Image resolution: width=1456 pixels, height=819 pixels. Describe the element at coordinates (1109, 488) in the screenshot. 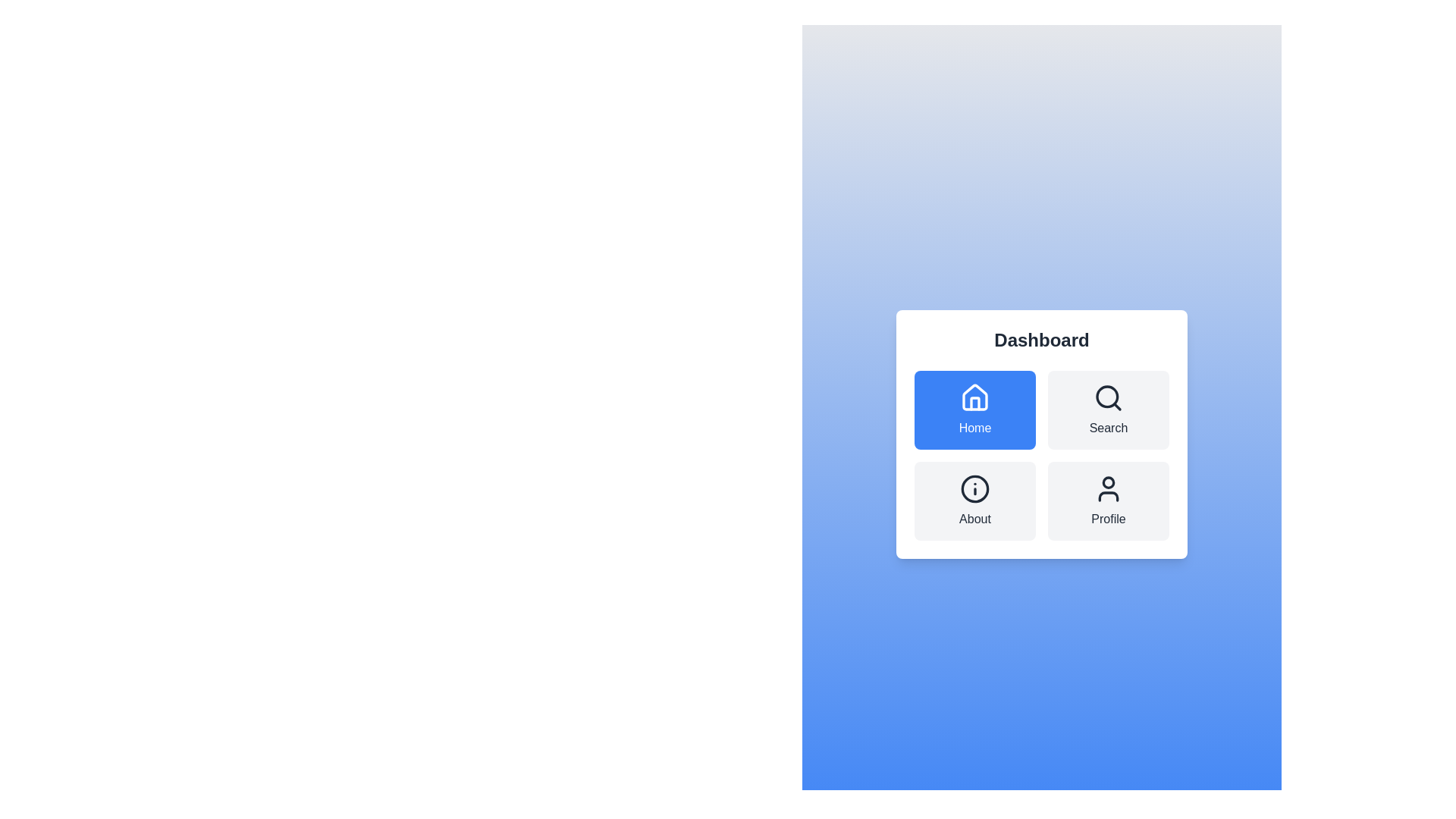

I see `the minimalist person icon located in the bottom-right corner of the grid layout, which is above the 'Profile' label` at that location.